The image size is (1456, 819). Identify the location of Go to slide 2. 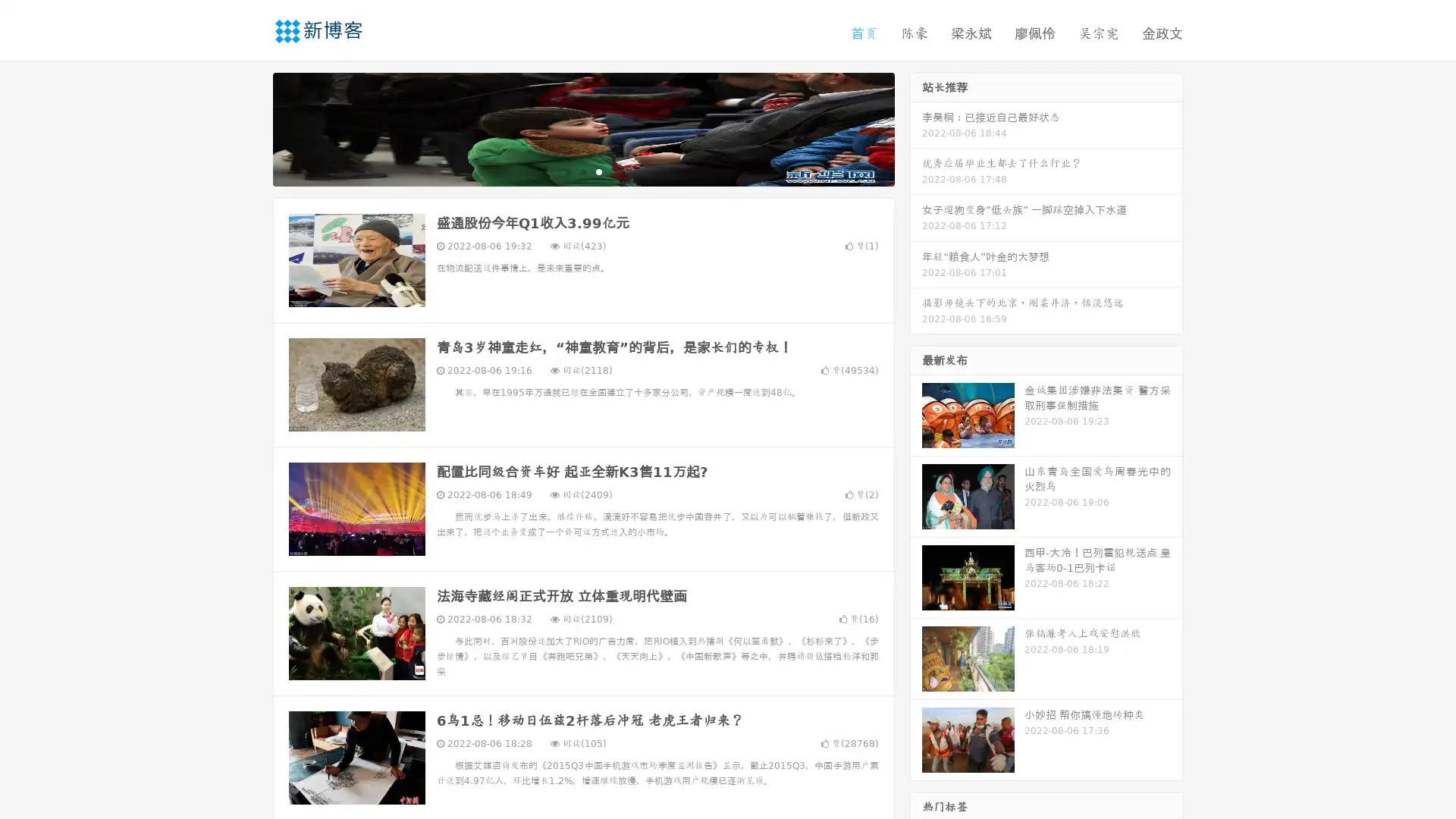
(582, 171).